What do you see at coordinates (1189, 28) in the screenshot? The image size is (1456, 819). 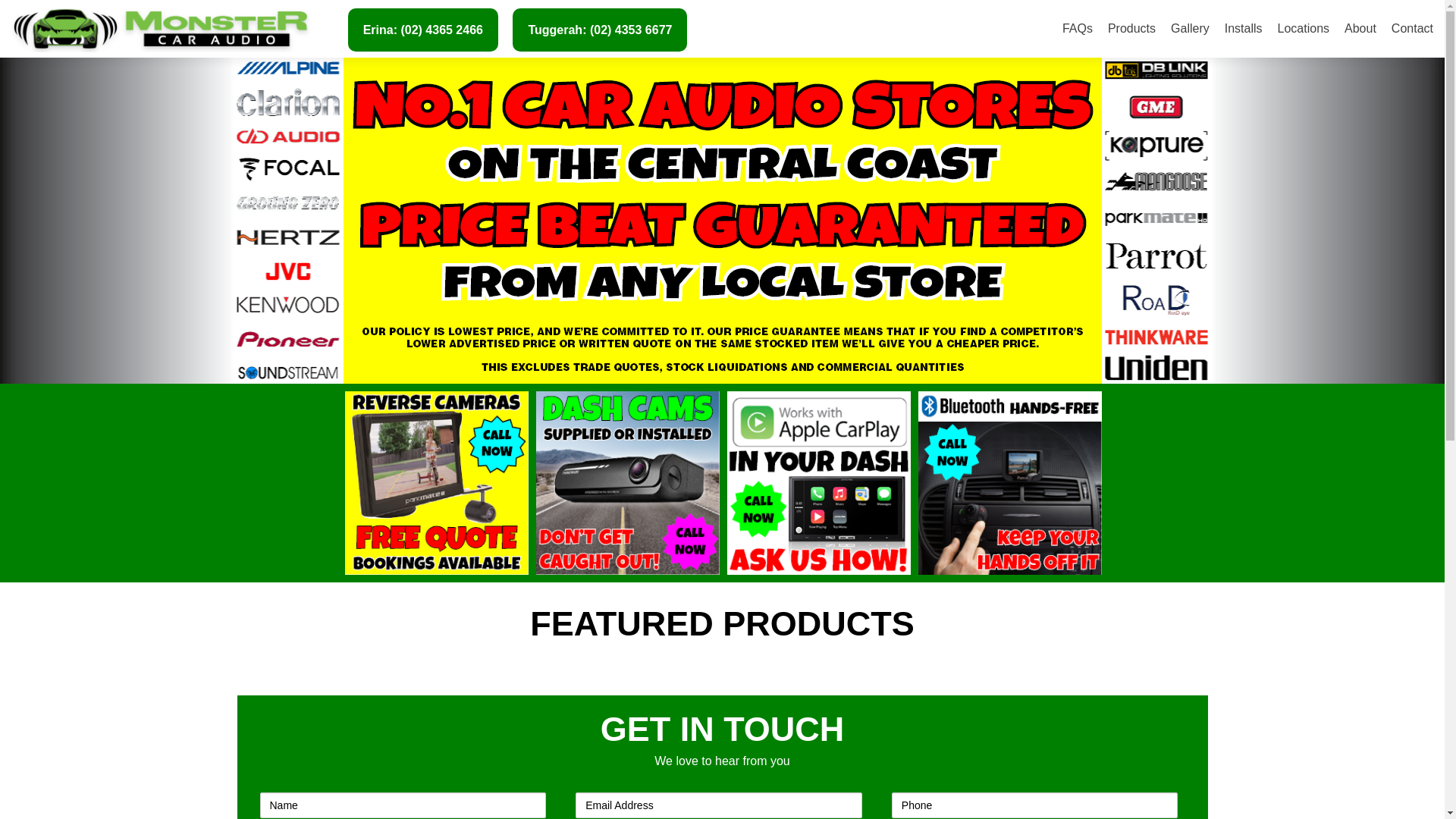 I see `'Gallery'` at bounding box center [1189, 28].